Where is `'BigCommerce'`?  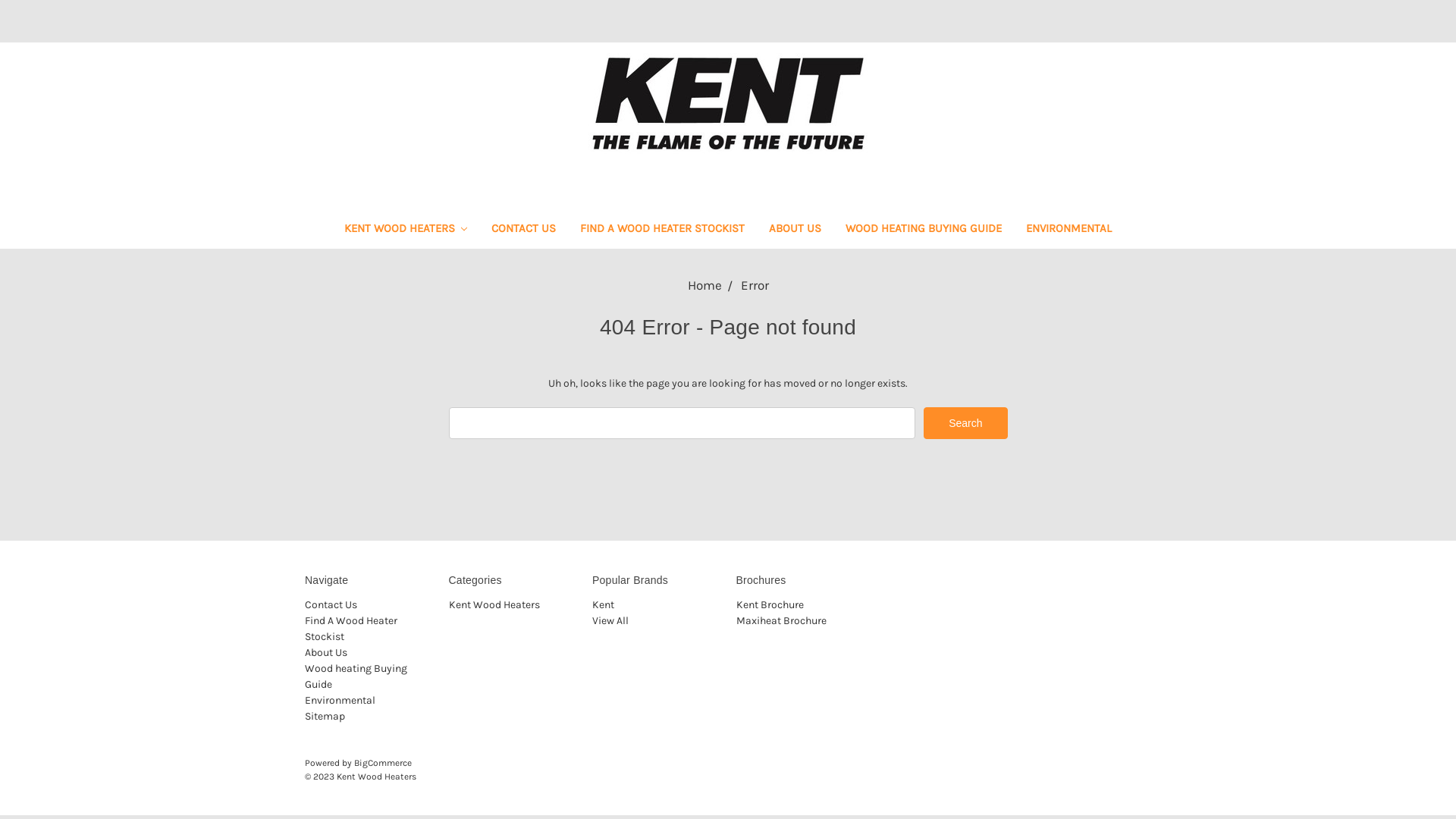 'BigCommerce' is located at coordinates (382, 763).